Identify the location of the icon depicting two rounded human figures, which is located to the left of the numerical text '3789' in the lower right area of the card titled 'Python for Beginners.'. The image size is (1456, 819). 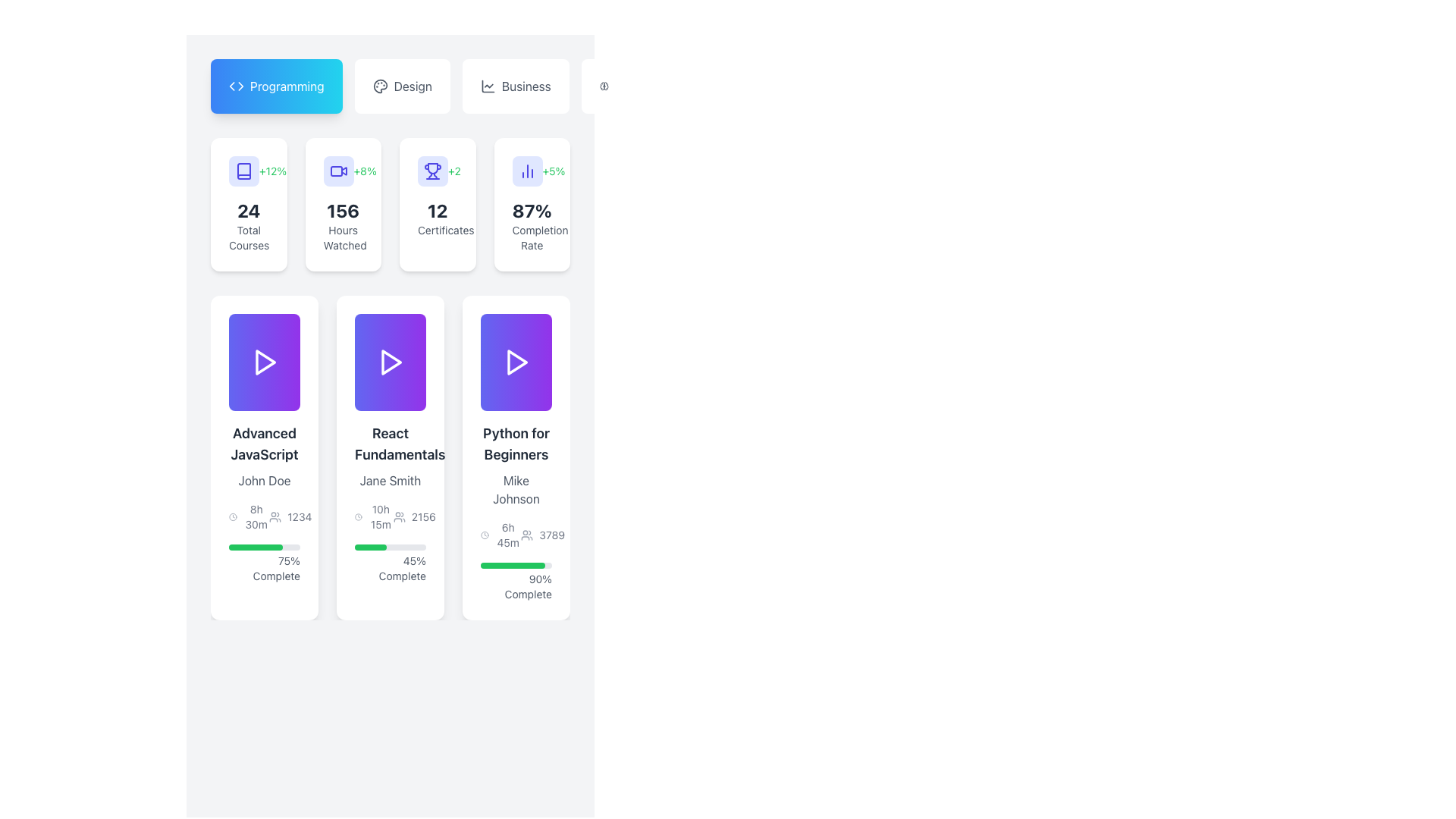
(527, 534).